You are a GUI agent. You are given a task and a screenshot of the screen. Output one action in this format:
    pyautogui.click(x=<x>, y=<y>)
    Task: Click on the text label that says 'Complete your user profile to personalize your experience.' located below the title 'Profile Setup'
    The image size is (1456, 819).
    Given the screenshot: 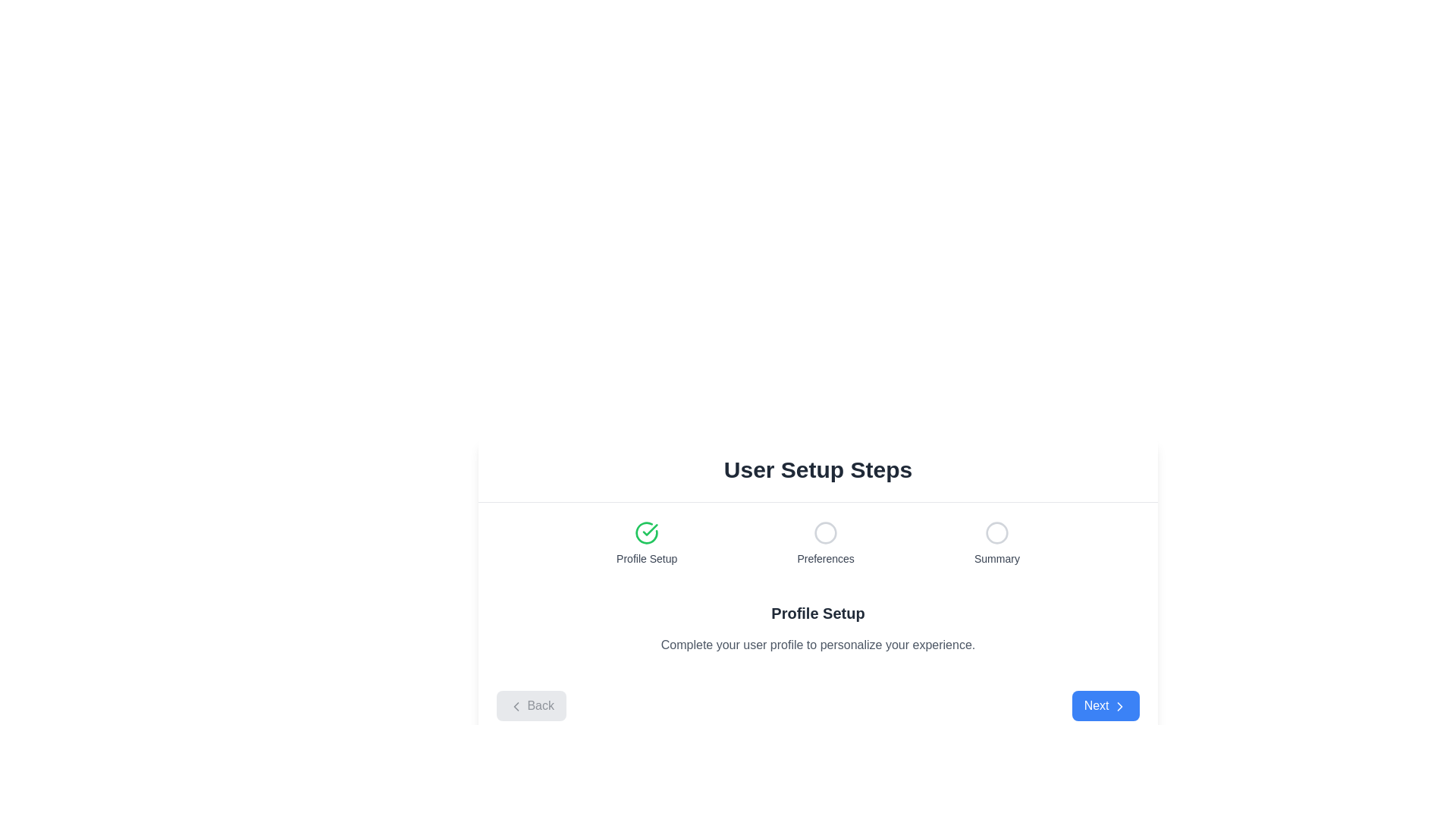 What is the action you would take?
    pyautogui.click(x=817, y=645)
    